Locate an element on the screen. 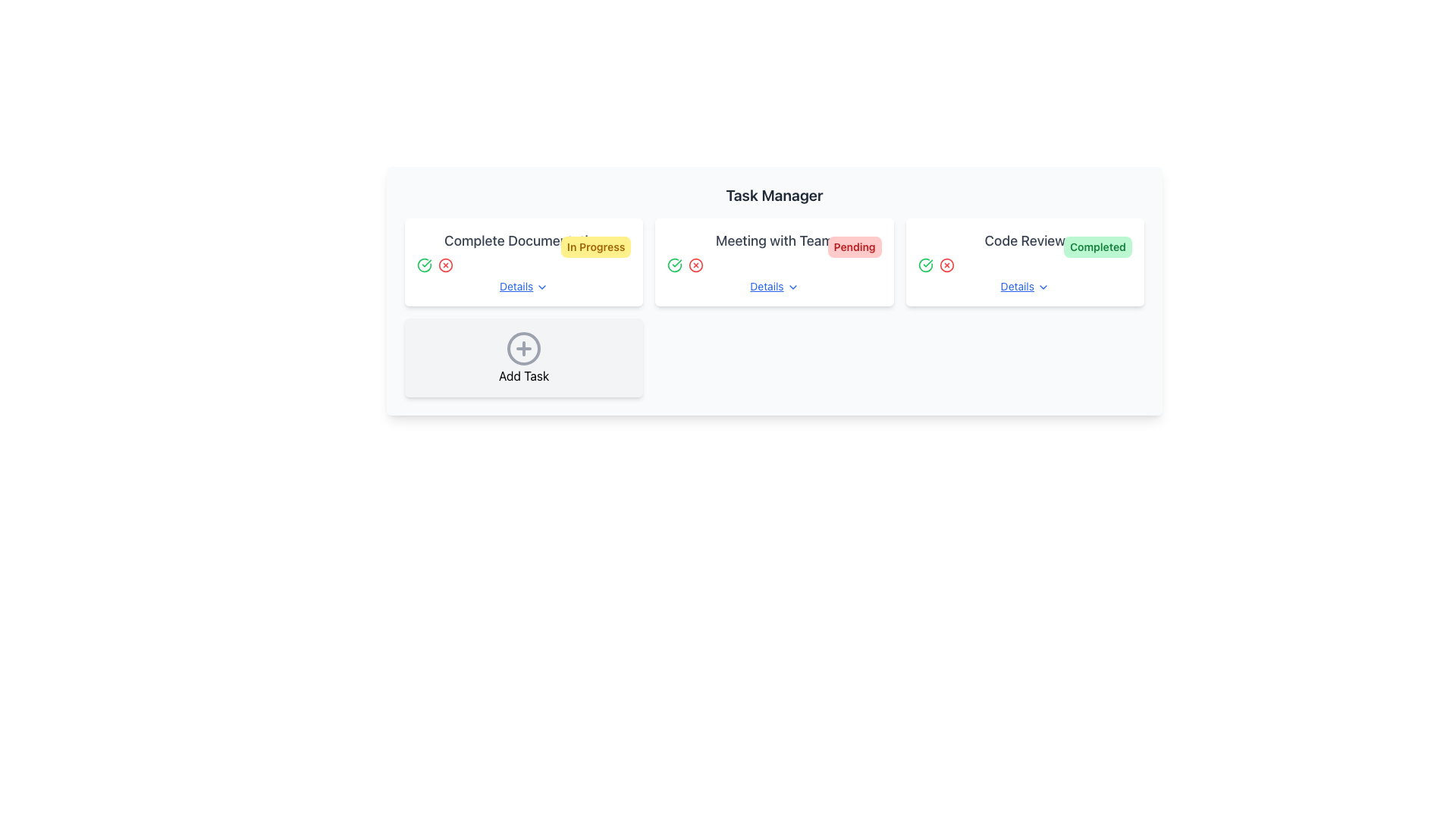 Image resolution: width=1456 pixels, height=819 pixels. the circular icon button with a plus symbol, located at the top center of the 'Add Task' card in the task management interface is located at coordinates (524, 348).